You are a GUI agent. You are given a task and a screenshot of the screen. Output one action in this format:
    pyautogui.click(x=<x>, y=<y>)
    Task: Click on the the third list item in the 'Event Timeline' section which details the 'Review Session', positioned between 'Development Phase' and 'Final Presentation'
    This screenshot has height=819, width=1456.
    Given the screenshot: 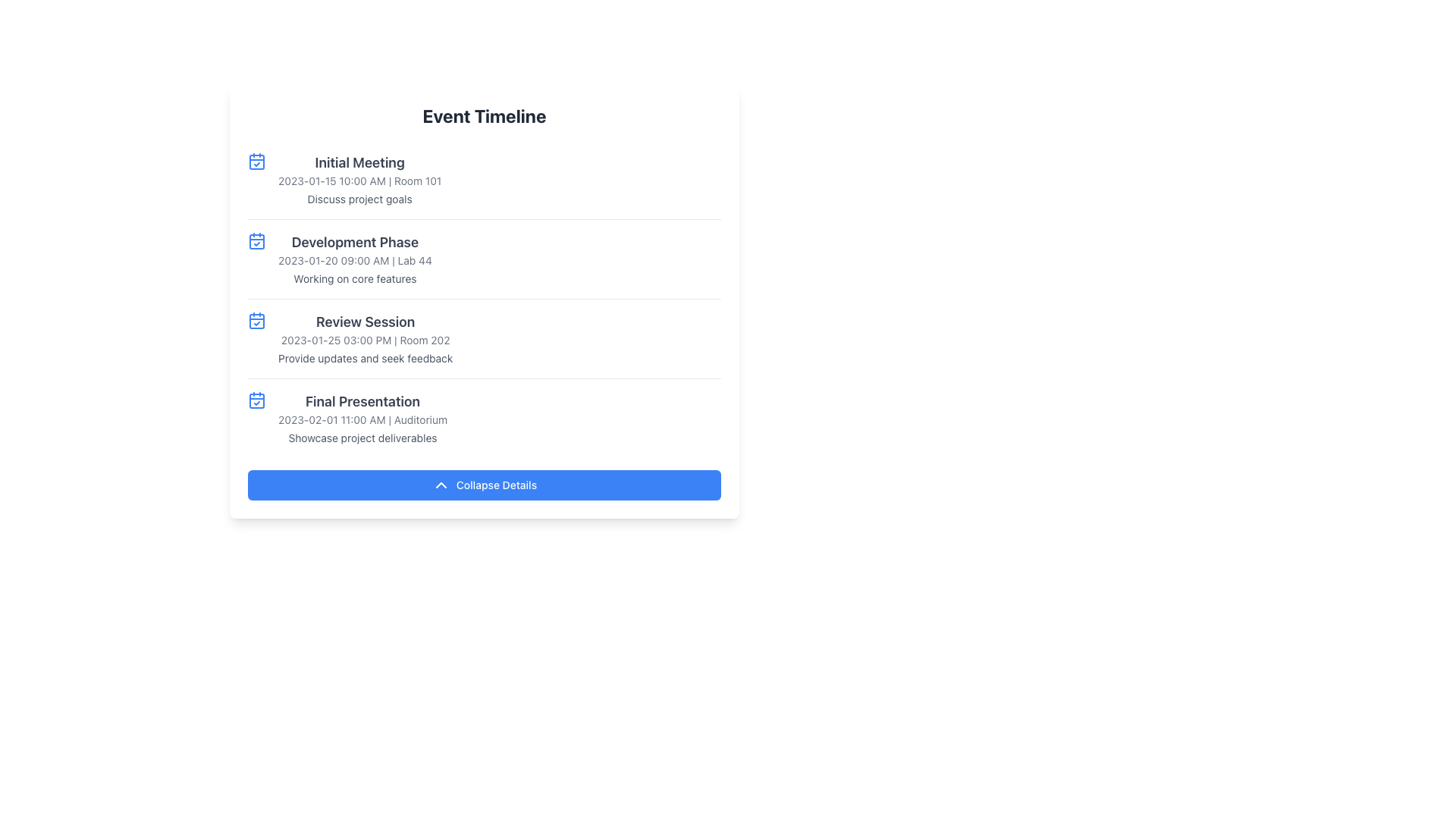 What is the action you would take?
    pyautogui.click(x=483, y=337)
    